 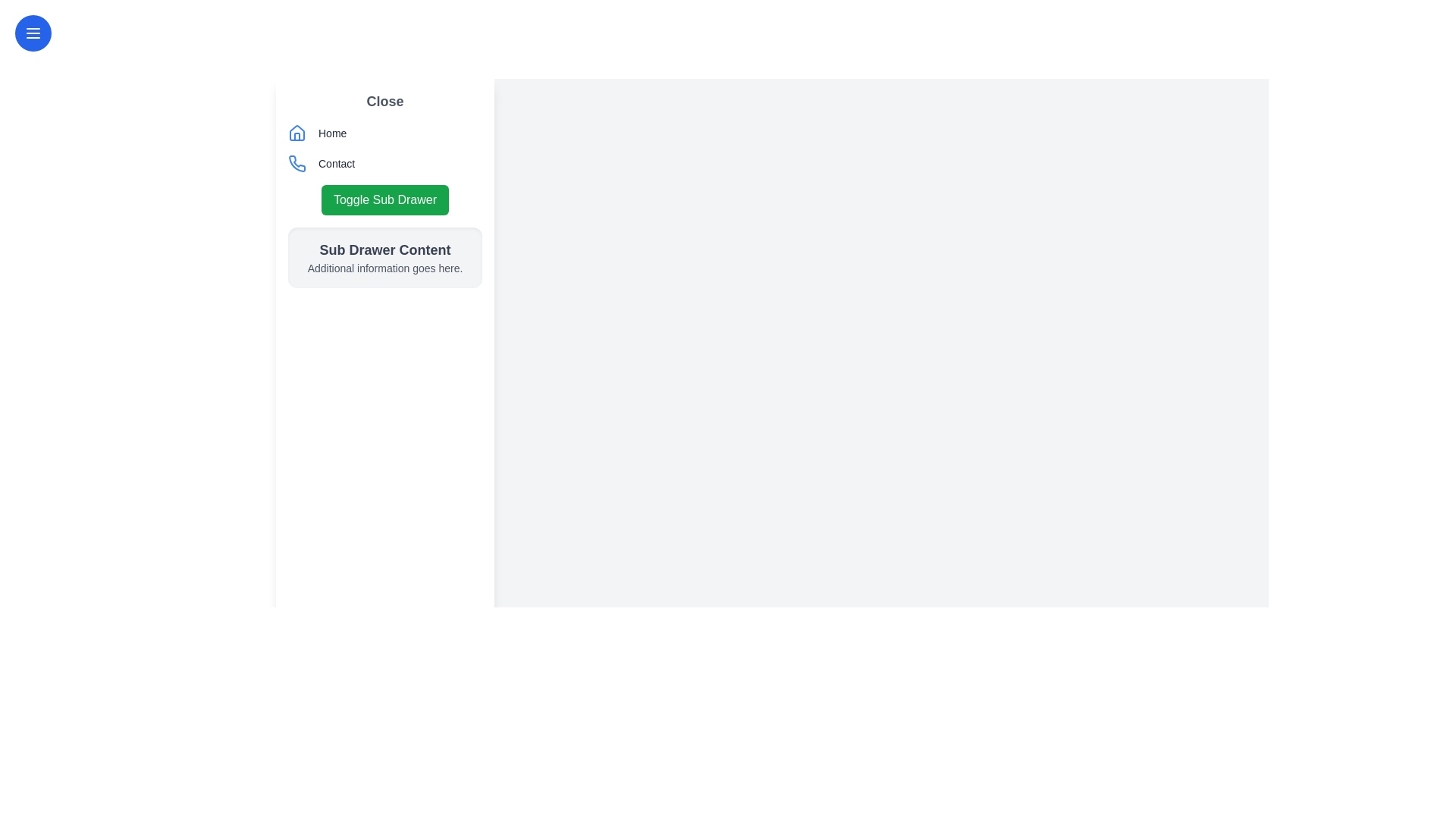 I want to click on the label located beneath the blue phone icon in the left sidebar navigation panel, so click(x=336, y=164).